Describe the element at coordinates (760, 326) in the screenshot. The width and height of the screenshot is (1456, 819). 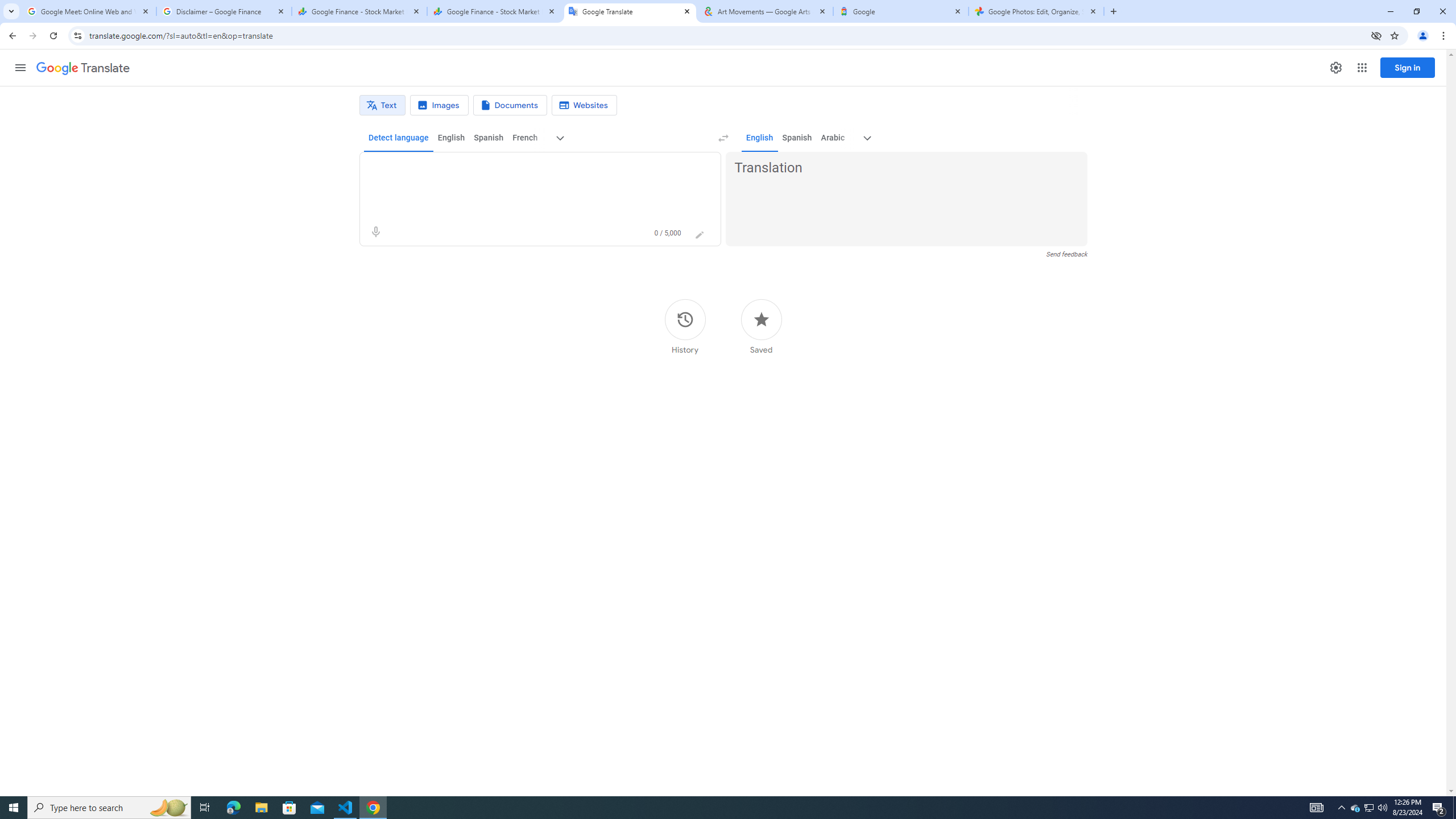
I see `'Saved'` at that location.